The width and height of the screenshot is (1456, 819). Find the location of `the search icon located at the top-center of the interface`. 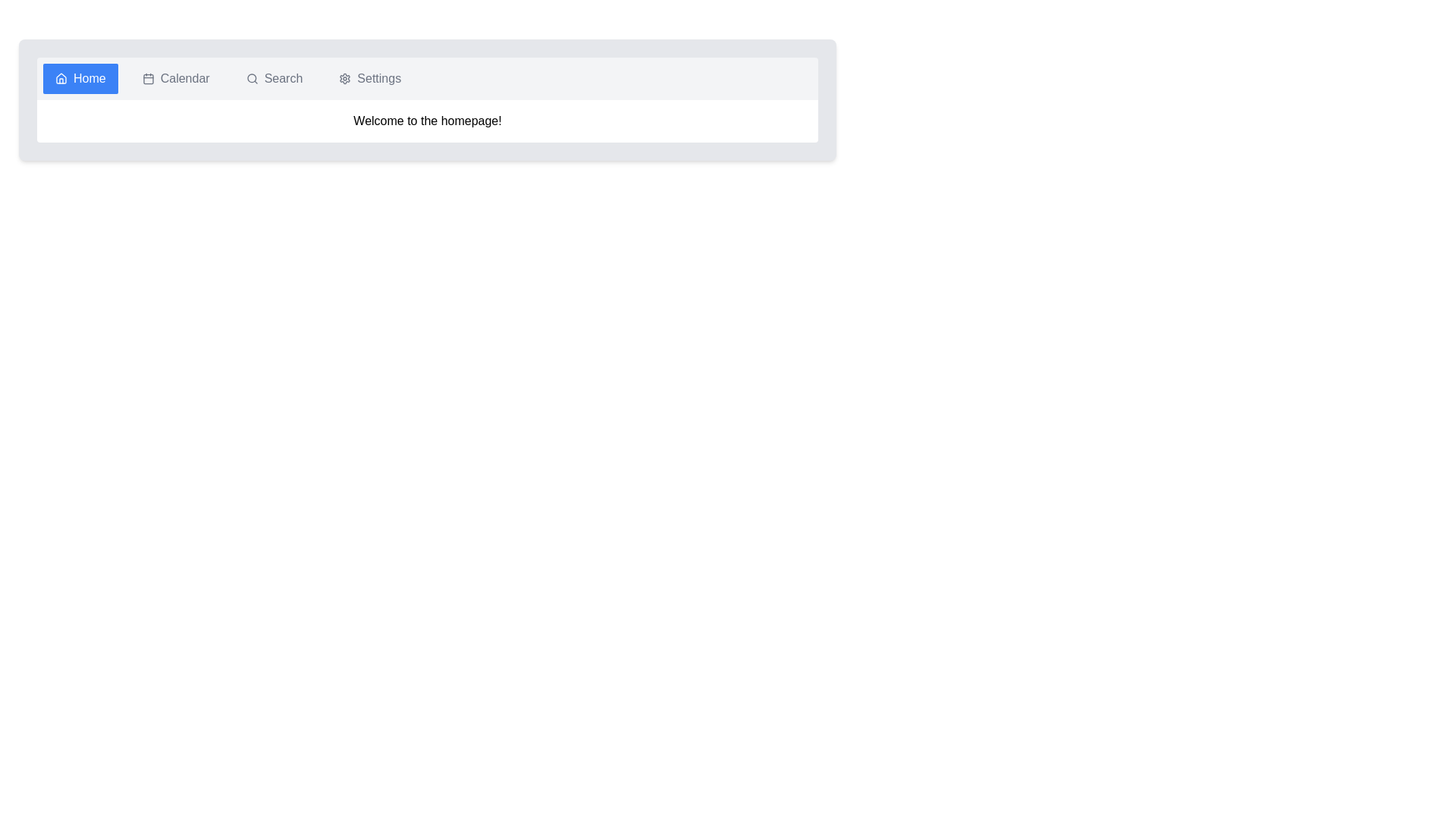

the search icon located at the top-center of the interface is located at coordinates (252, 79).